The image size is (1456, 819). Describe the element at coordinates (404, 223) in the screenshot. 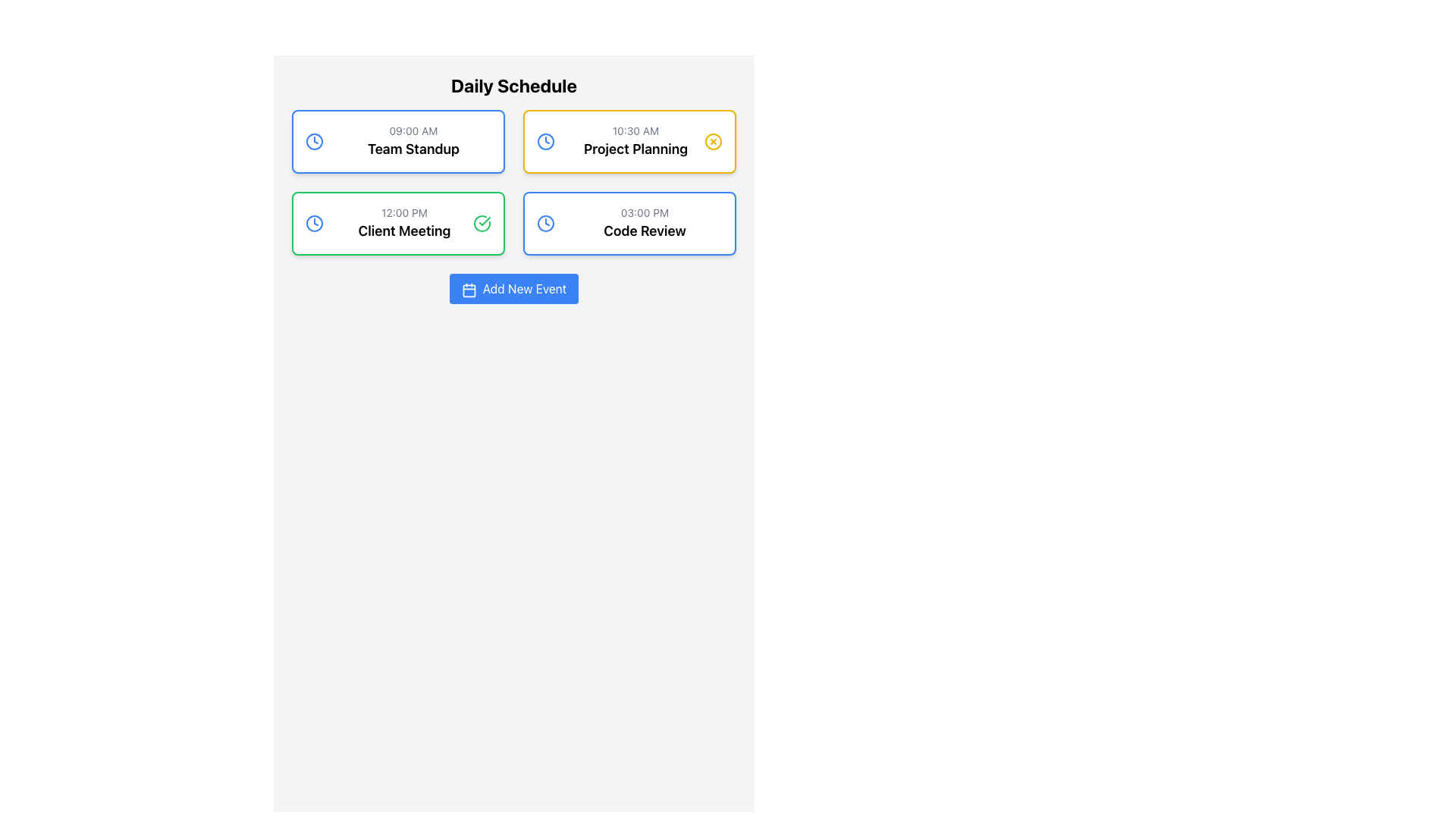

I see `the Text Block element displaying '12:00 PM' and 'Client Meeting', which is located in the second row of the 'Daily Schedule' grid layout` at that location.